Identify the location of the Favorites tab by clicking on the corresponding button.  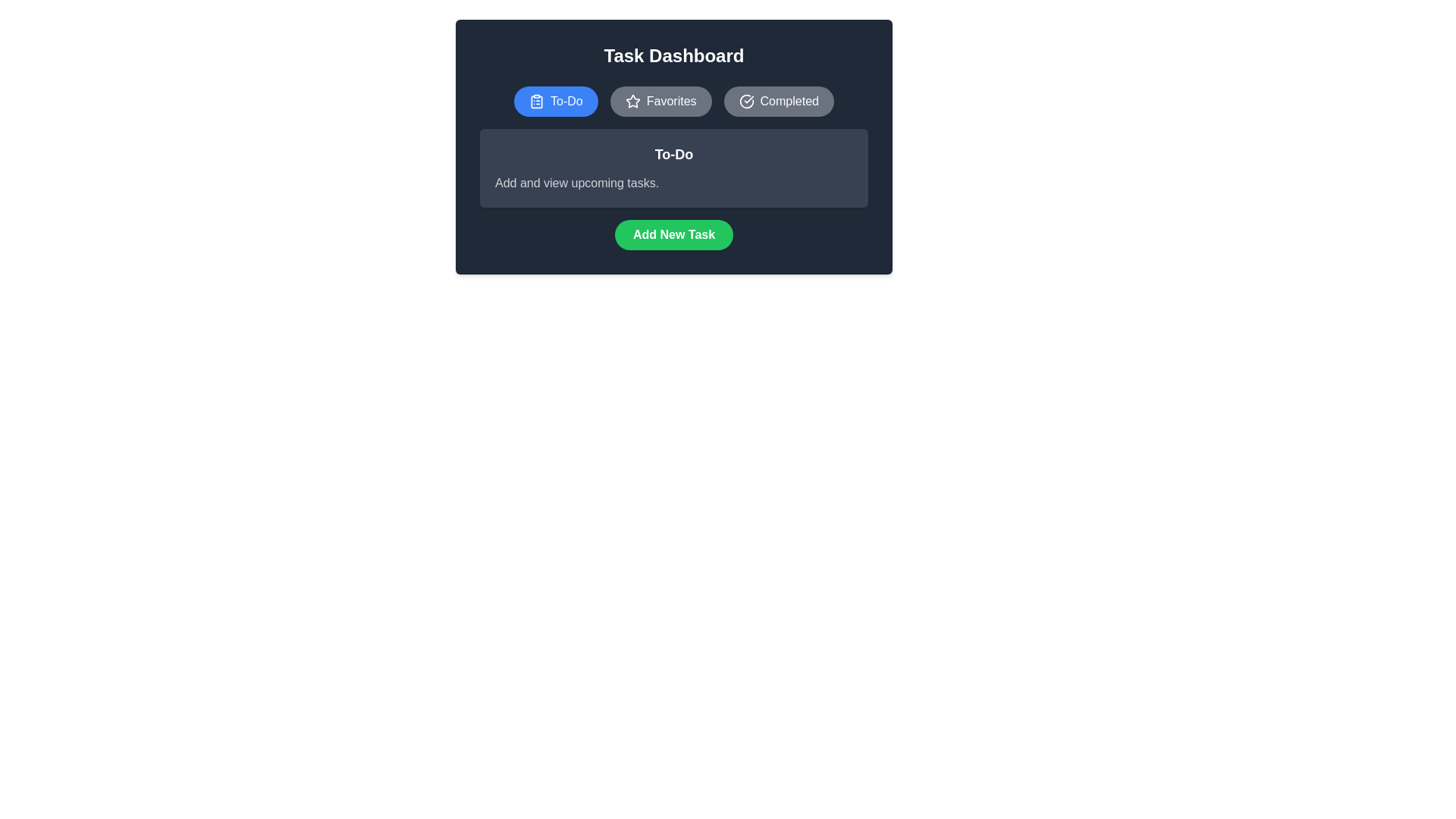
(660, 102).